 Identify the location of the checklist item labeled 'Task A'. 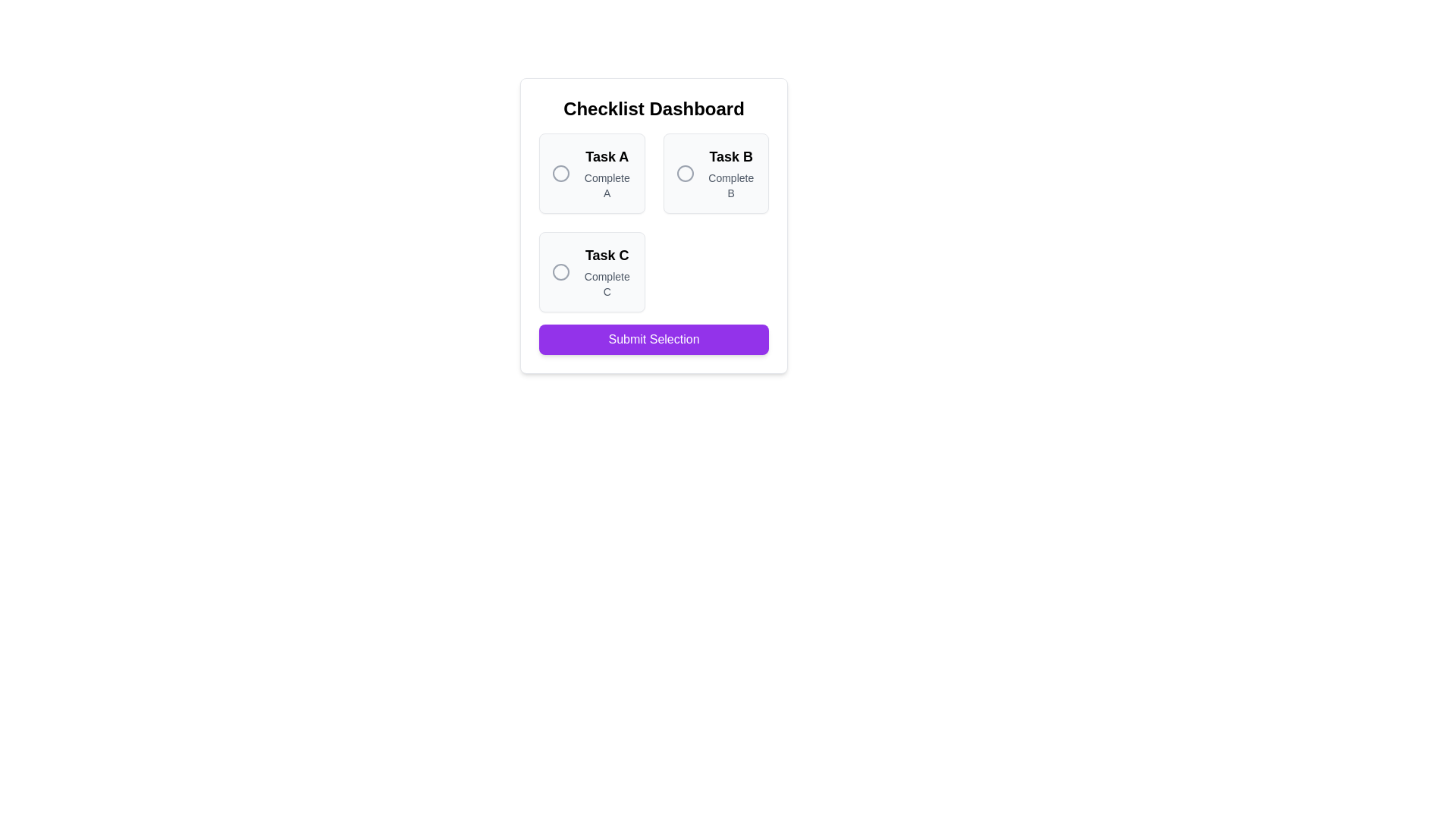
(591, 172).